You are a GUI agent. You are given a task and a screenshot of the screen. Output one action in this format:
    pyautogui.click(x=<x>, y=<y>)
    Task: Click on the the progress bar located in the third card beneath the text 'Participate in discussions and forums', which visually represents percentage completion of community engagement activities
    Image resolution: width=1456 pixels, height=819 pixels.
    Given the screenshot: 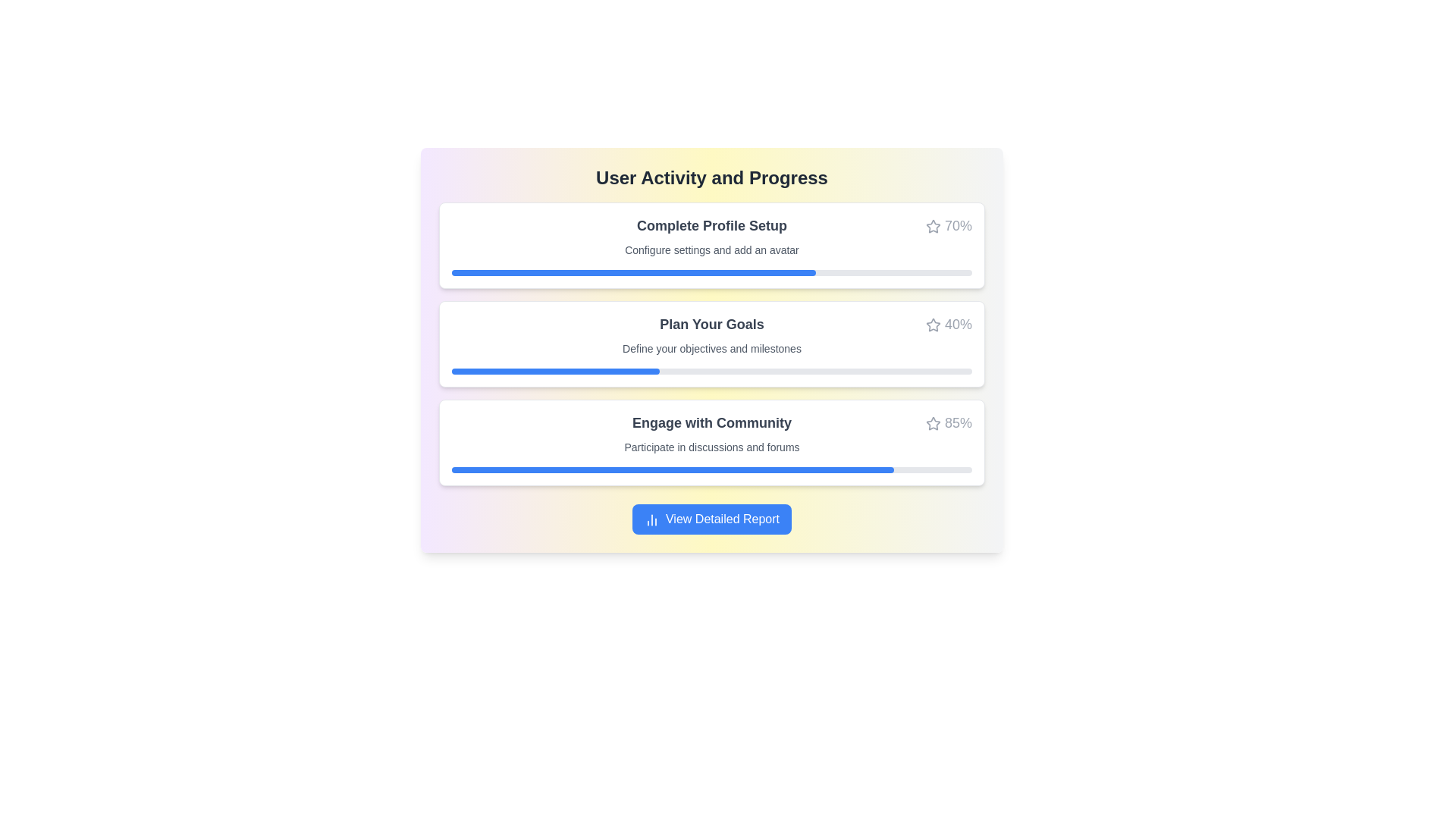 What is the action you would take?
    pyautogui.click(x=711, y=469)
    